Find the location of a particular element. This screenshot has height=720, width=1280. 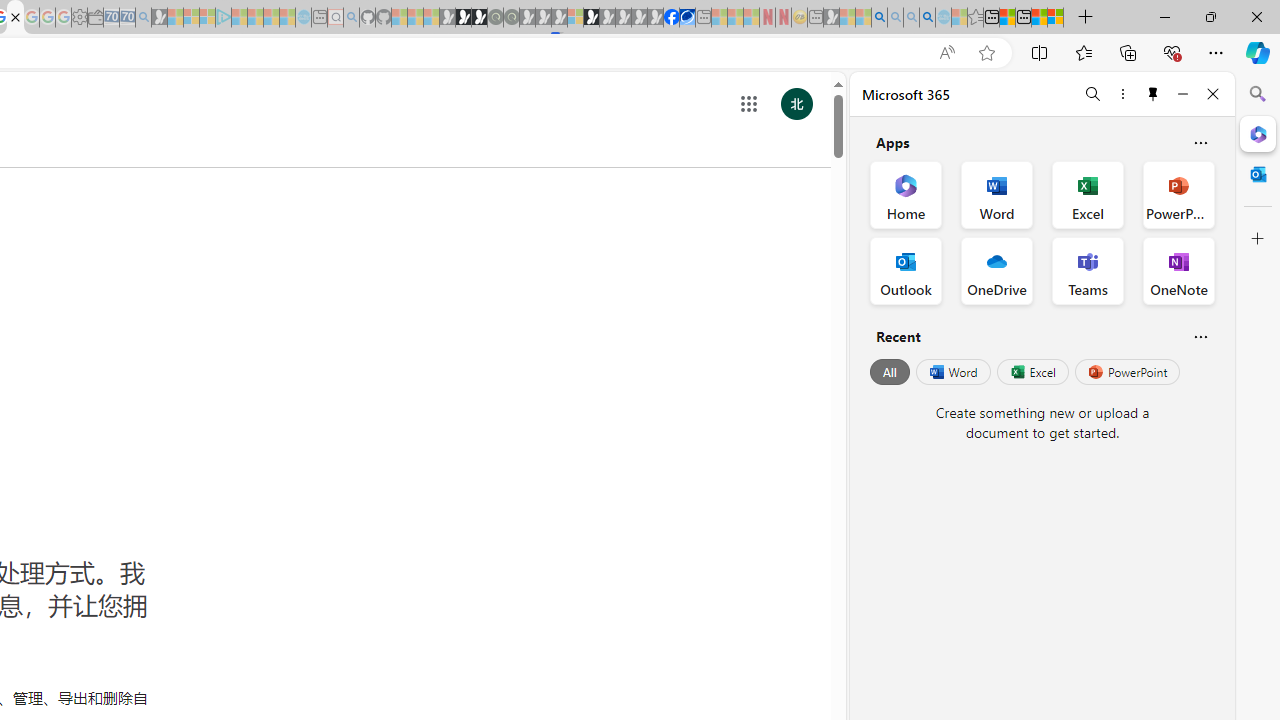

'Google Chrome Internet Browser Download - Search Images' is located at coordinates (927, 17).